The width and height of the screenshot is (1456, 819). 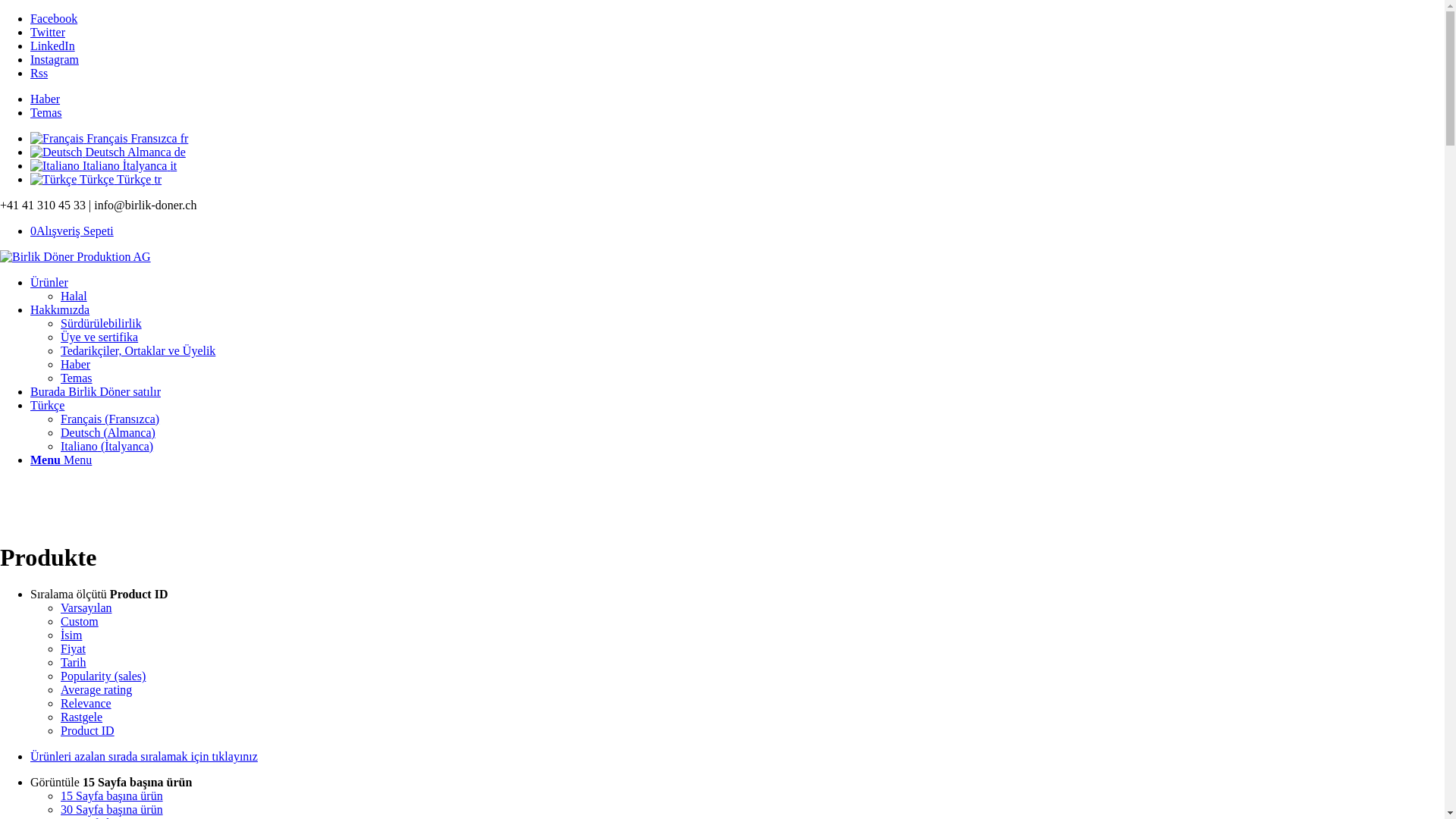 What do you see at coordinates (61, 364) in the screenshot?
I see `'Haber'` at bounding box center [61, 364].